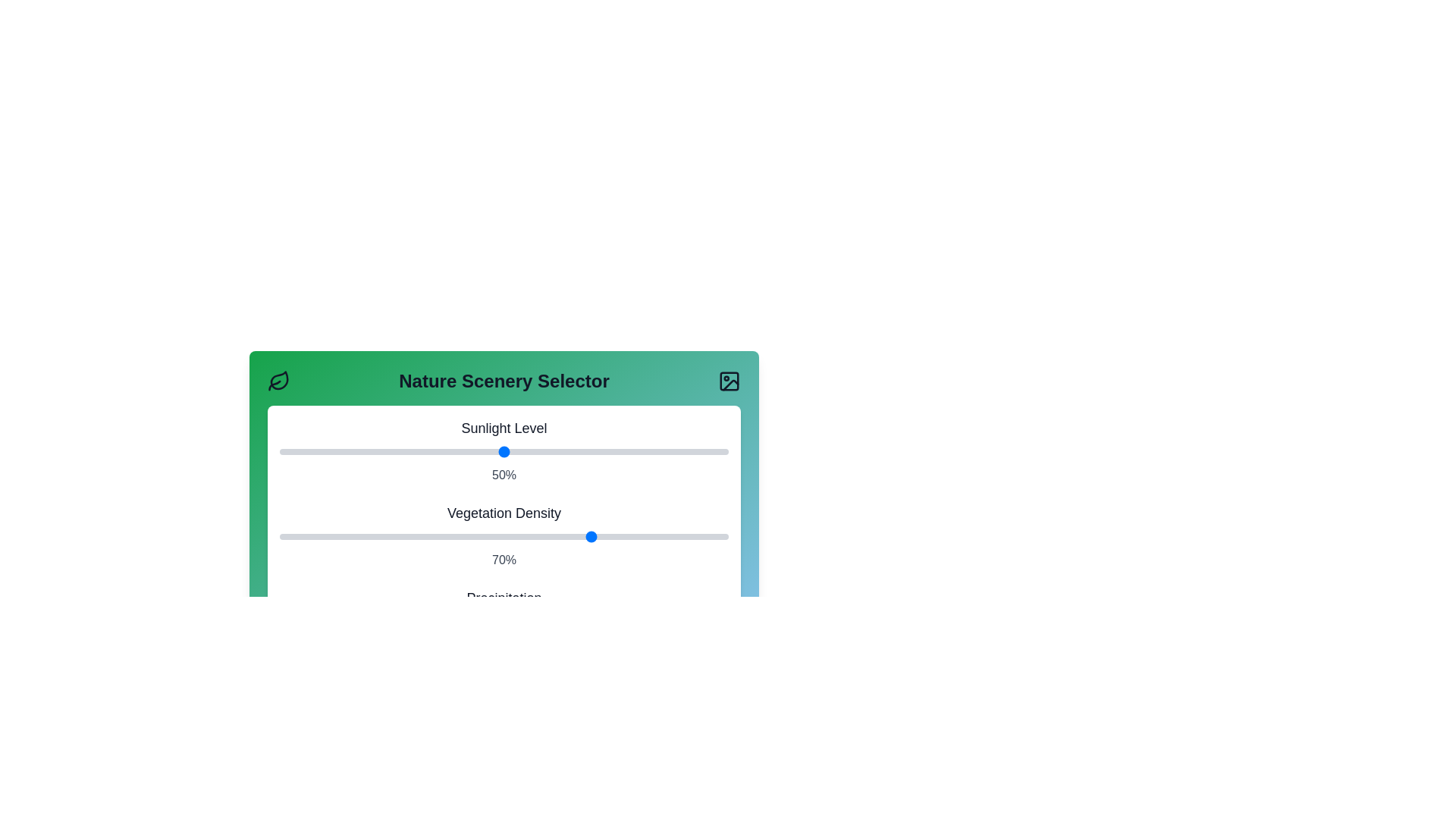 This screenshot has height=819, width=1456. I want to click on the Sunlight Level slider to 25%, so click(392, 451).